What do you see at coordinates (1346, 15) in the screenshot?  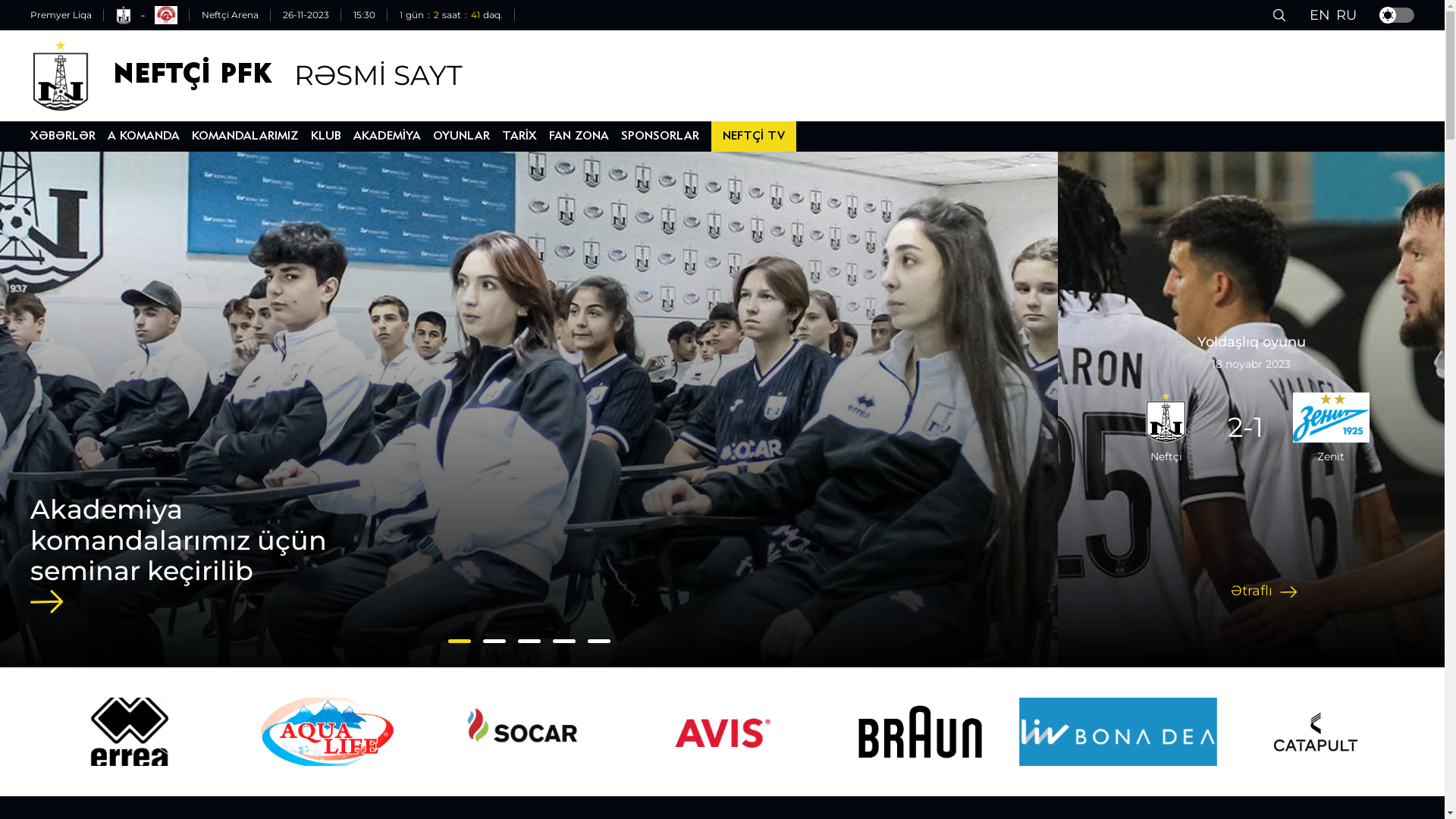 I see `'RU'` at bounding box center [1346, 15].